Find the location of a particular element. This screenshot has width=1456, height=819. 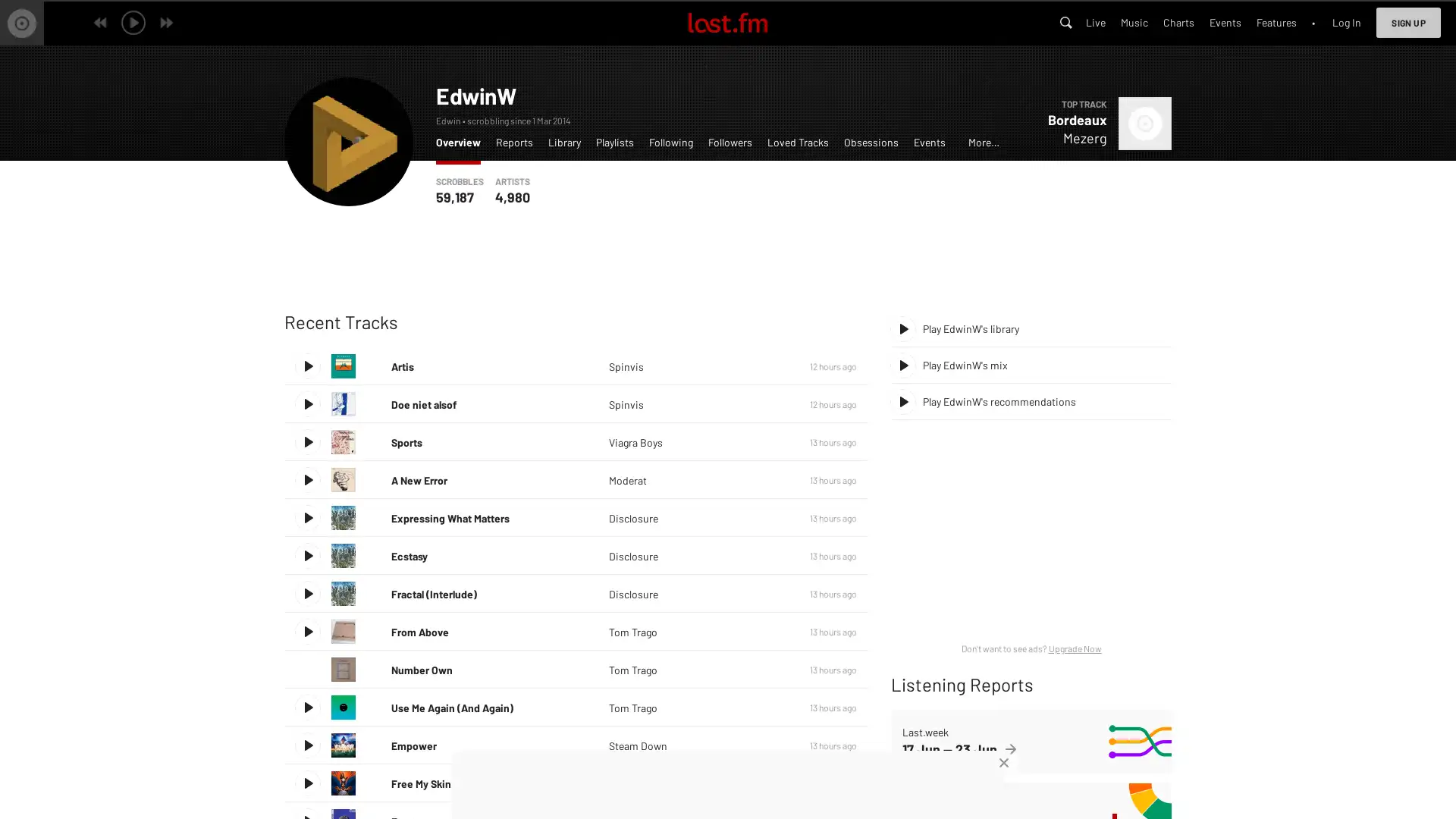

More is located at coordinates (764, 479).